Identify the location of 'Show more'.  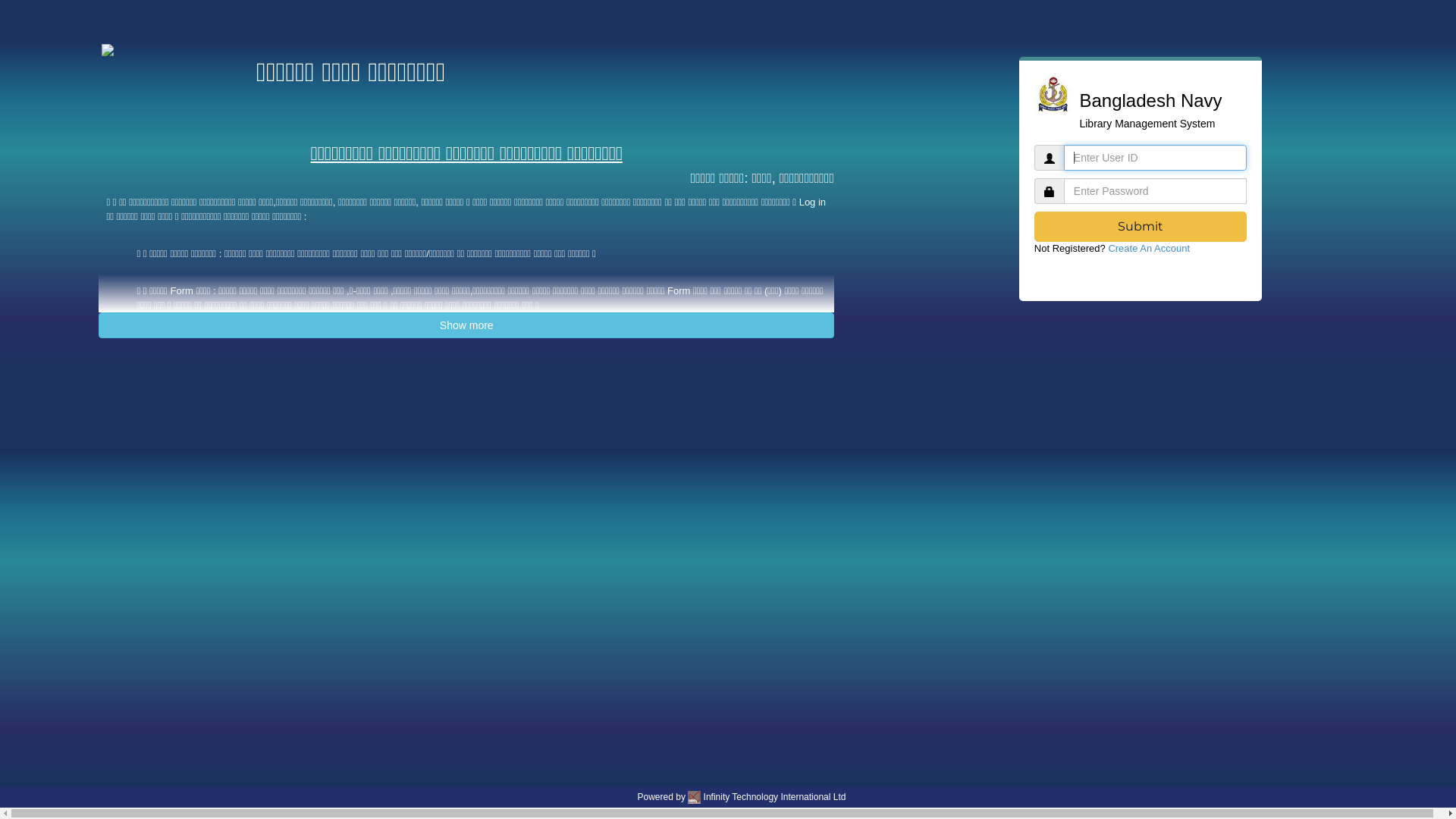
(465, 324).